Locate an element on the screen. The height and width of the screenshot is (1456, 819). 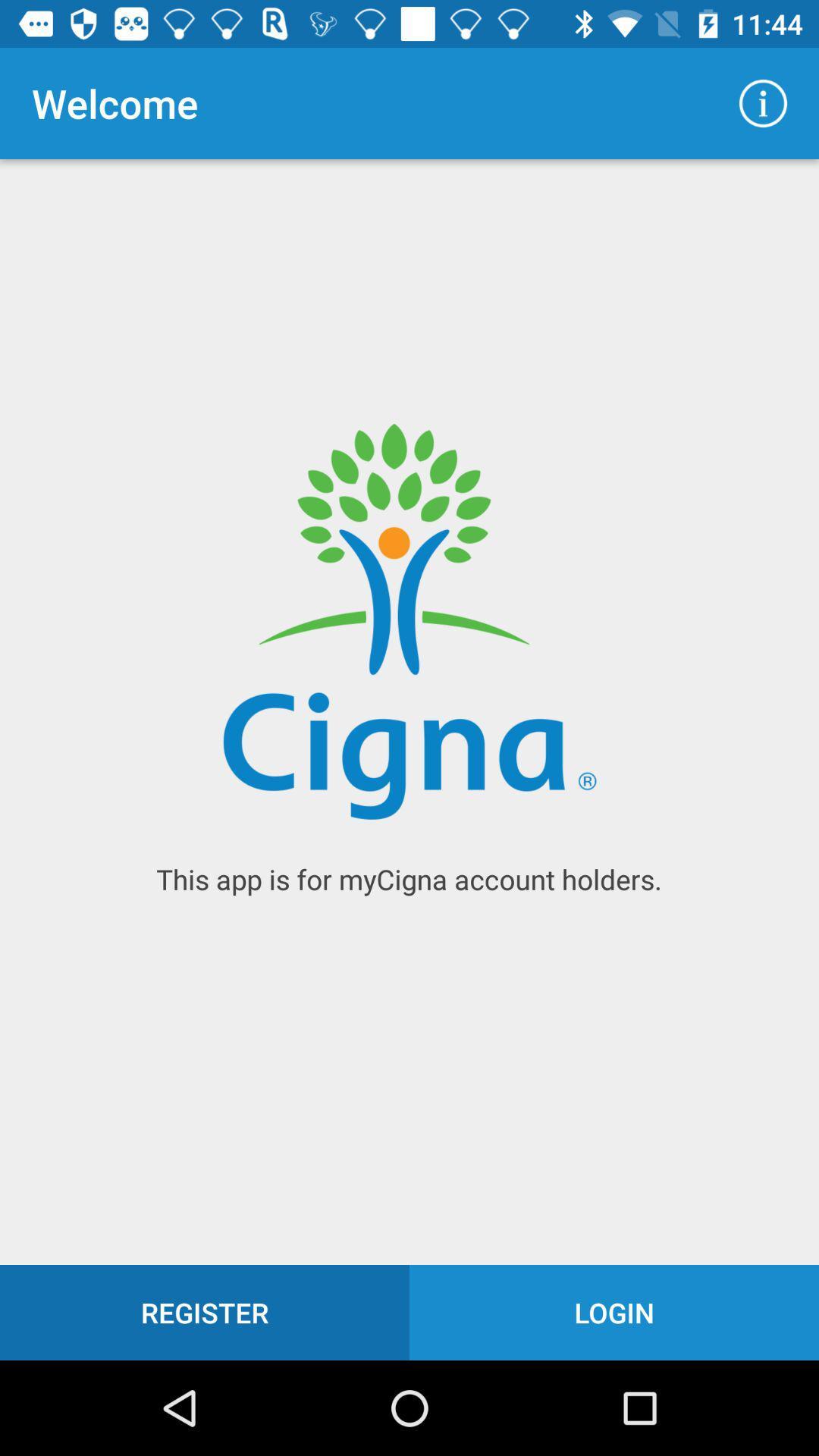
icon next to the login is located at coordinates (205, 1312).